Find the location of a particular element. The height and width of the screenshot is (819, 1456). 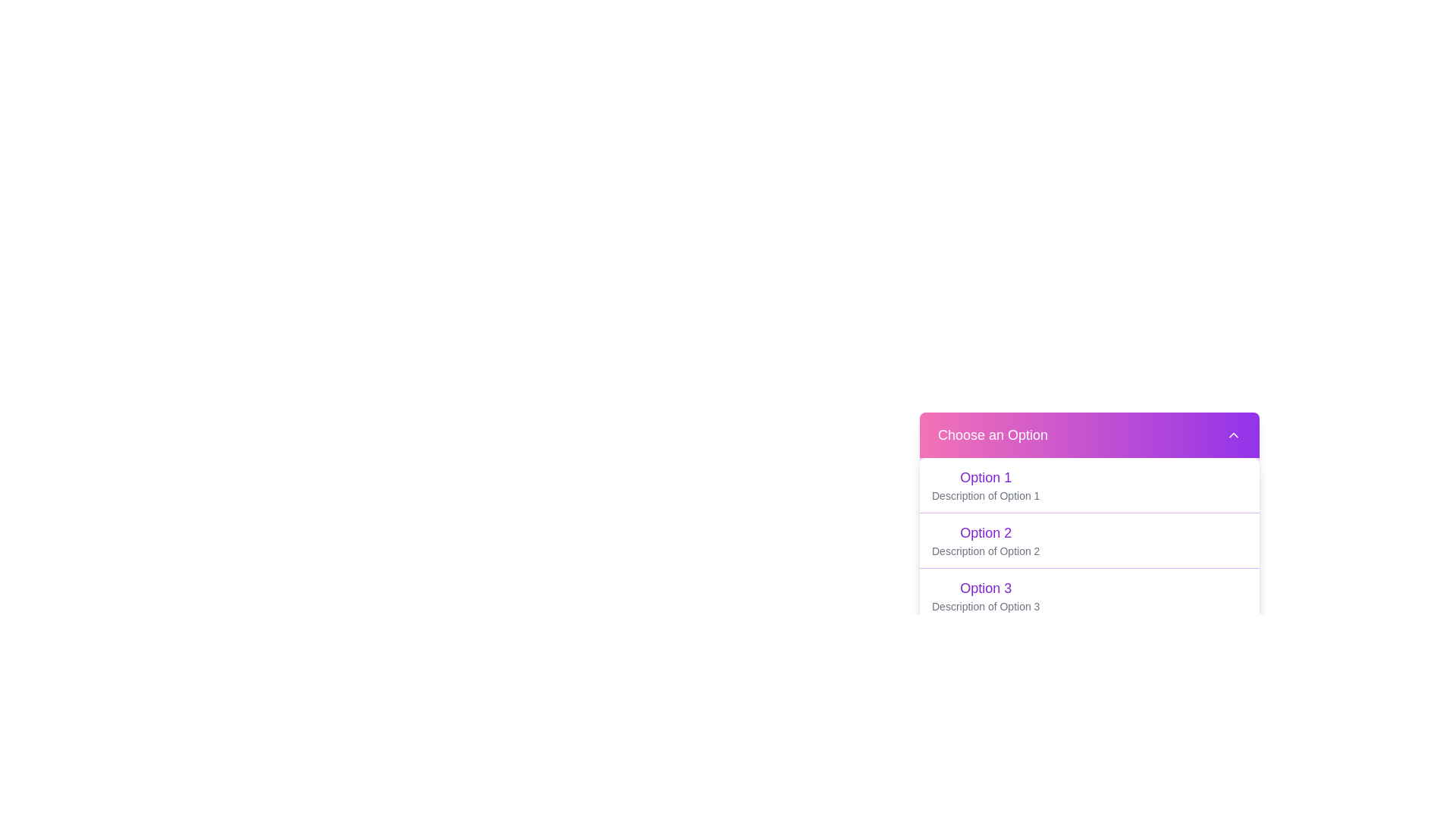

the text element displaying 'Description of Option 1', which is located below the label 'Option 1' in the dropdown menu labeled 'Choose an Option' is located at coordinates (986, 496).